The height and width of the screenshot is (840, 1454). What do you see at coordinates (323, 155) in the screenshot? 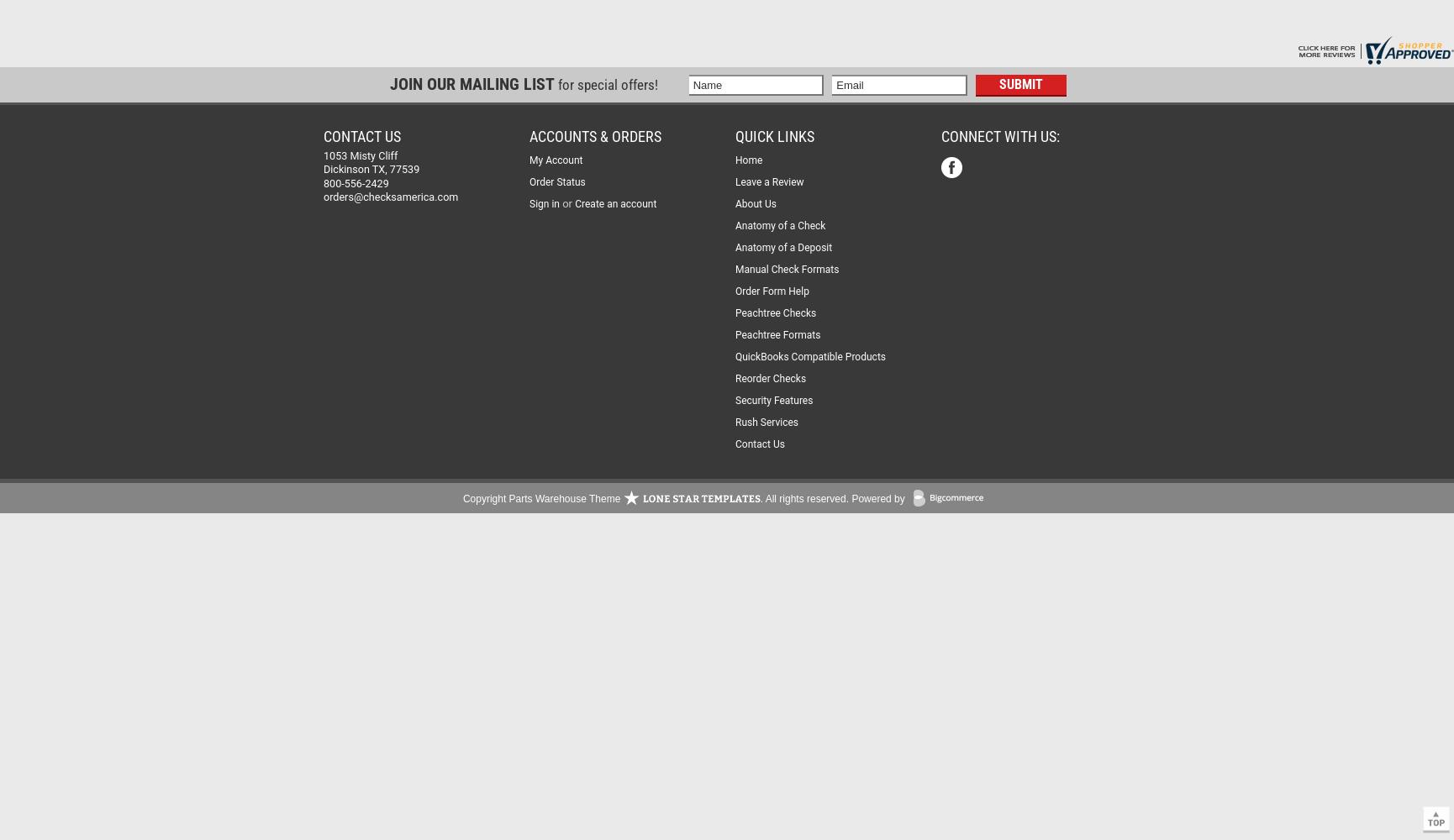
I see `'1053 Misty Cliff'` at bounding box center [323, 155].